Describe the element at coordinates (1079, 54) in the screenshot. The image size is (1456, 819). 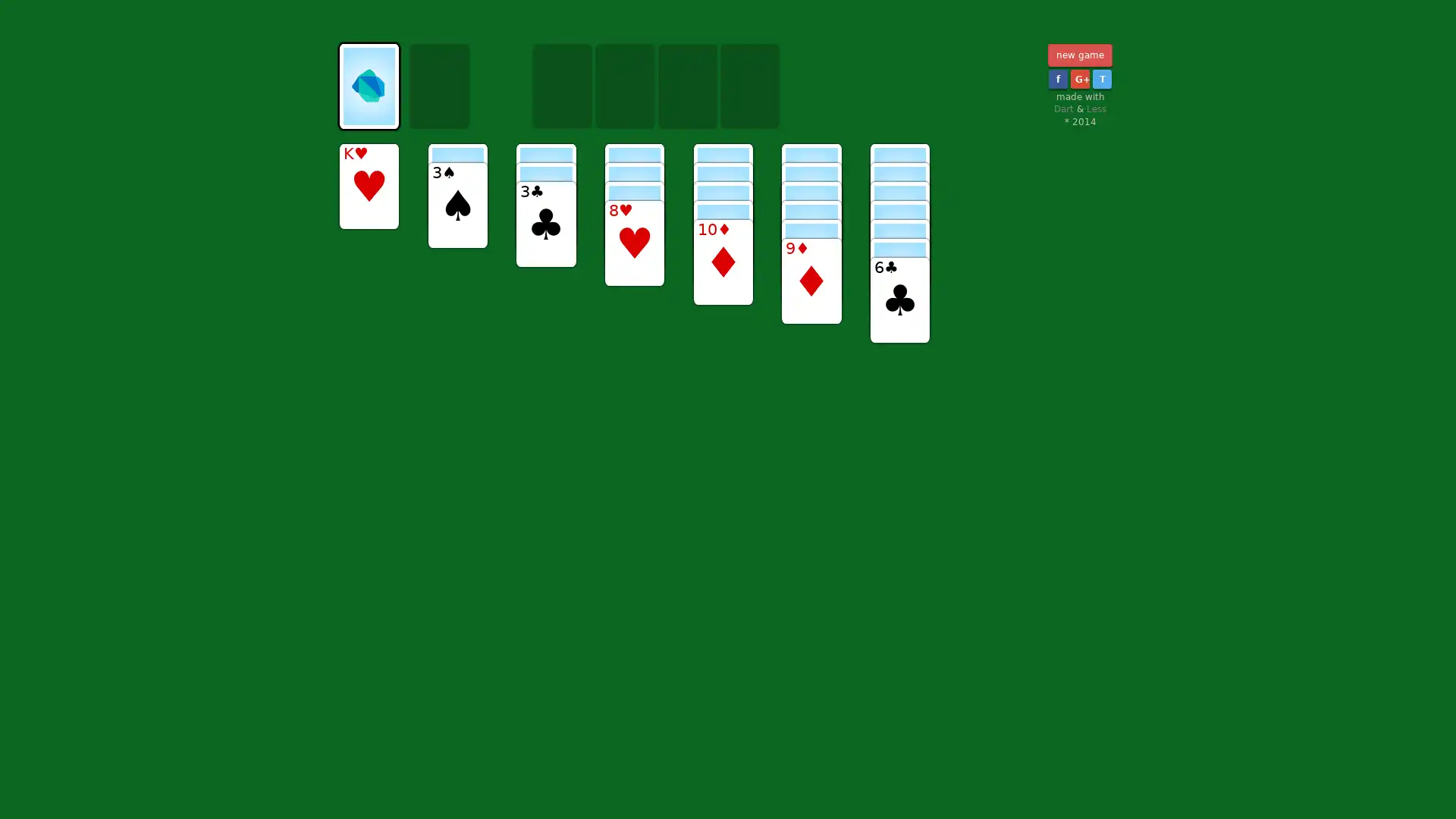
I see `new game` at that location.